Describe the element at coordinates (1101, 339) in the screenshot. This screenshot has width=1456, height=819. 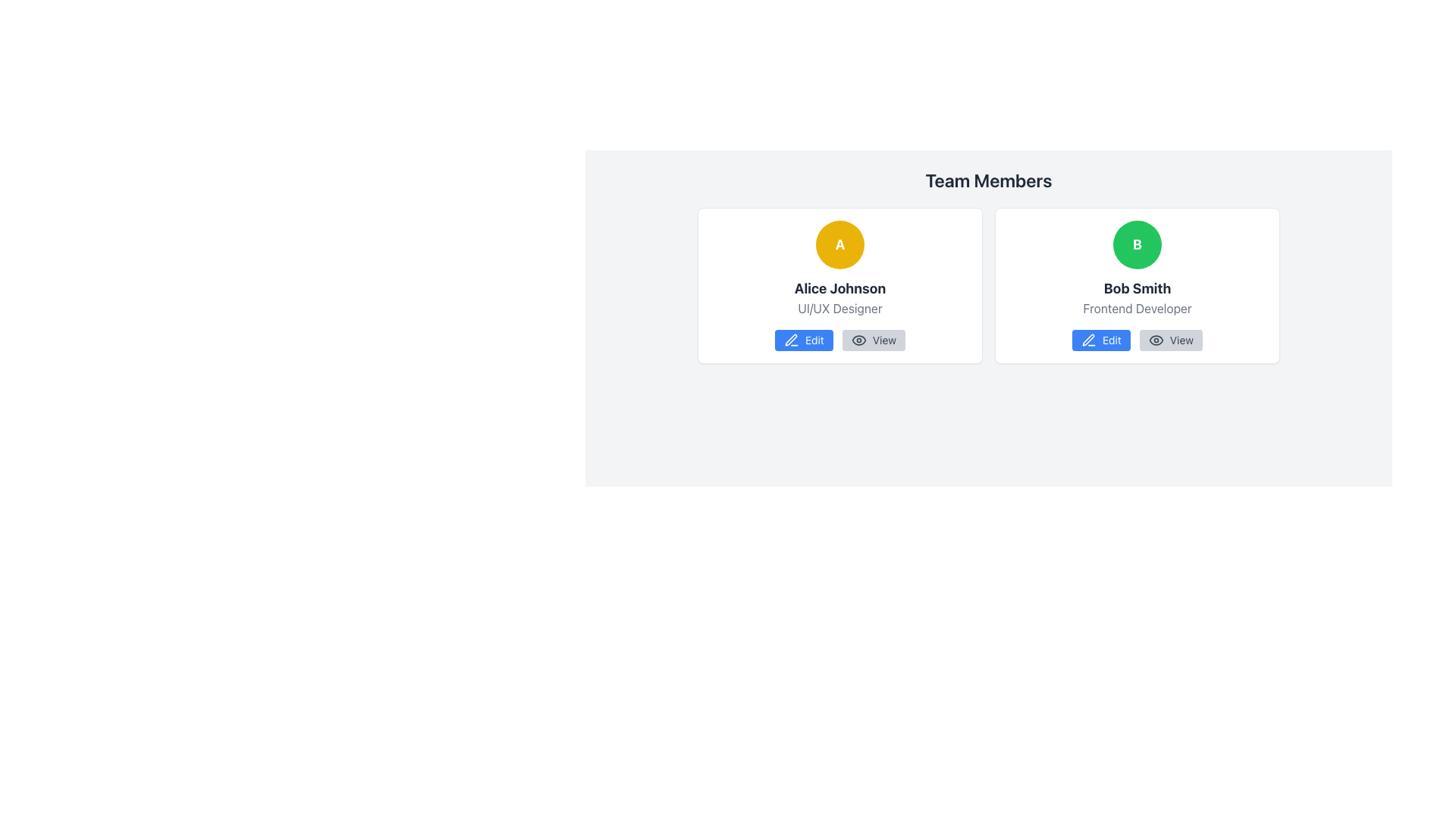
I see `the edit button located at the bottom-left corner of the card associated with 'Bob Smith - Frontend Developer'` at that location.